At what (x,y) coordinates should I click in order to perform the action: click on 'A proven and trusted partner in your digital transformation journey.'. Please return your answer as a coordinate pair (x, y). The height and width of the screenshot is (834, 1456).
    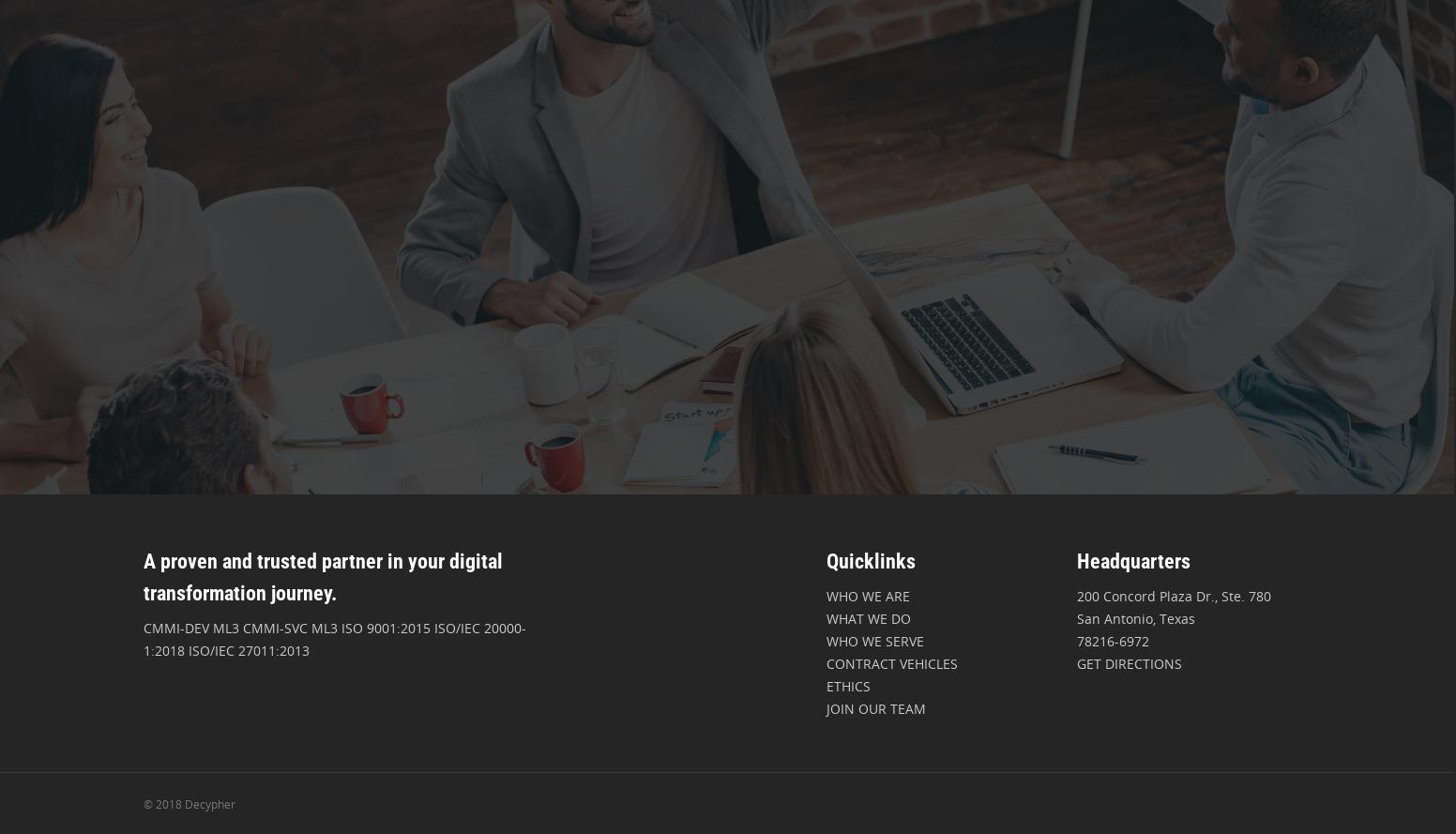
    Looking at the image, I should click on (322, 576).